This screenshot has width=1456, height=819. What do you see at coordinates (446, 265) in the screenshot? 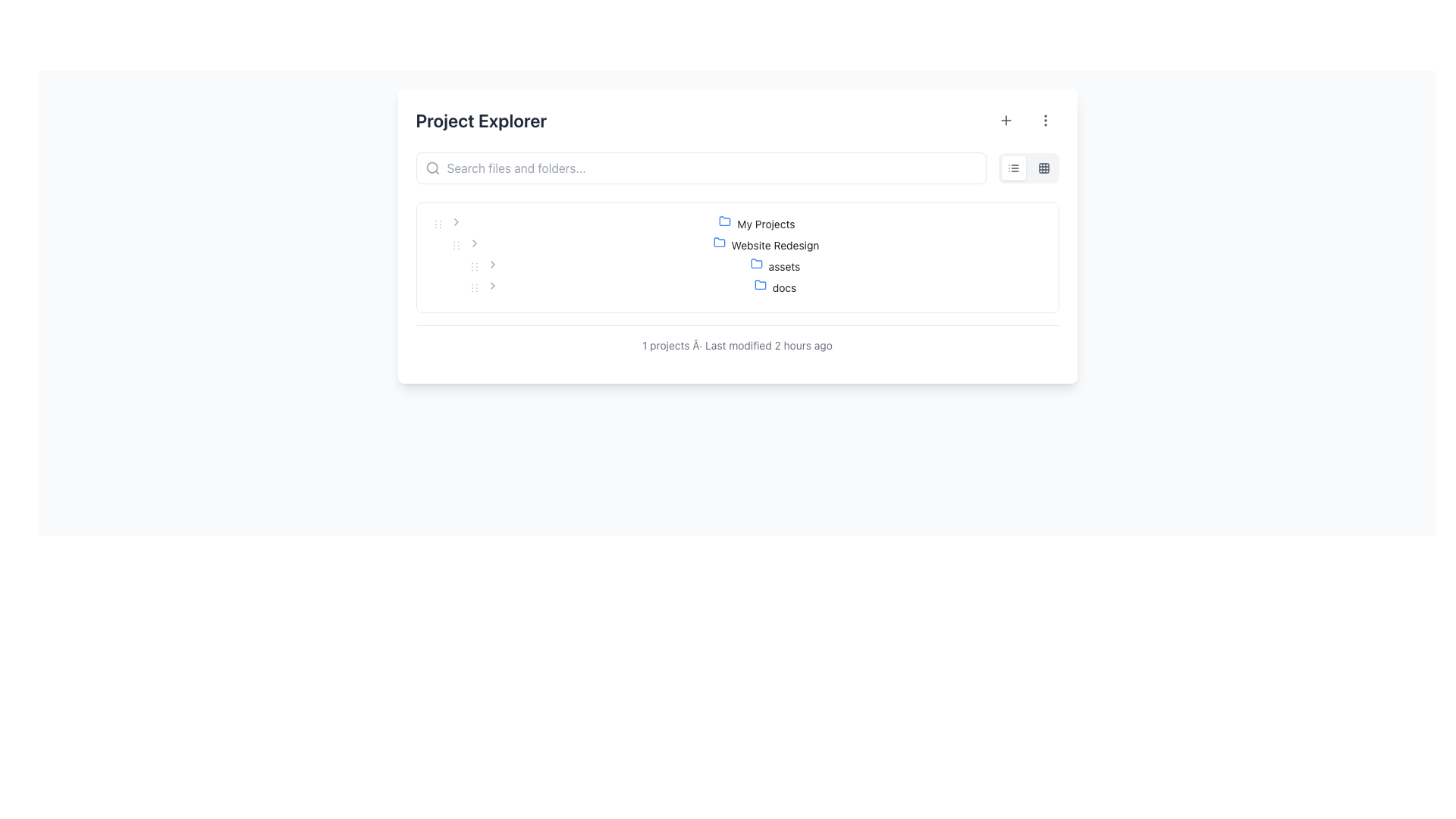
I see `the indentation unit within the 'assets' node in the Project Explorer` at bounding box center [446, 265].